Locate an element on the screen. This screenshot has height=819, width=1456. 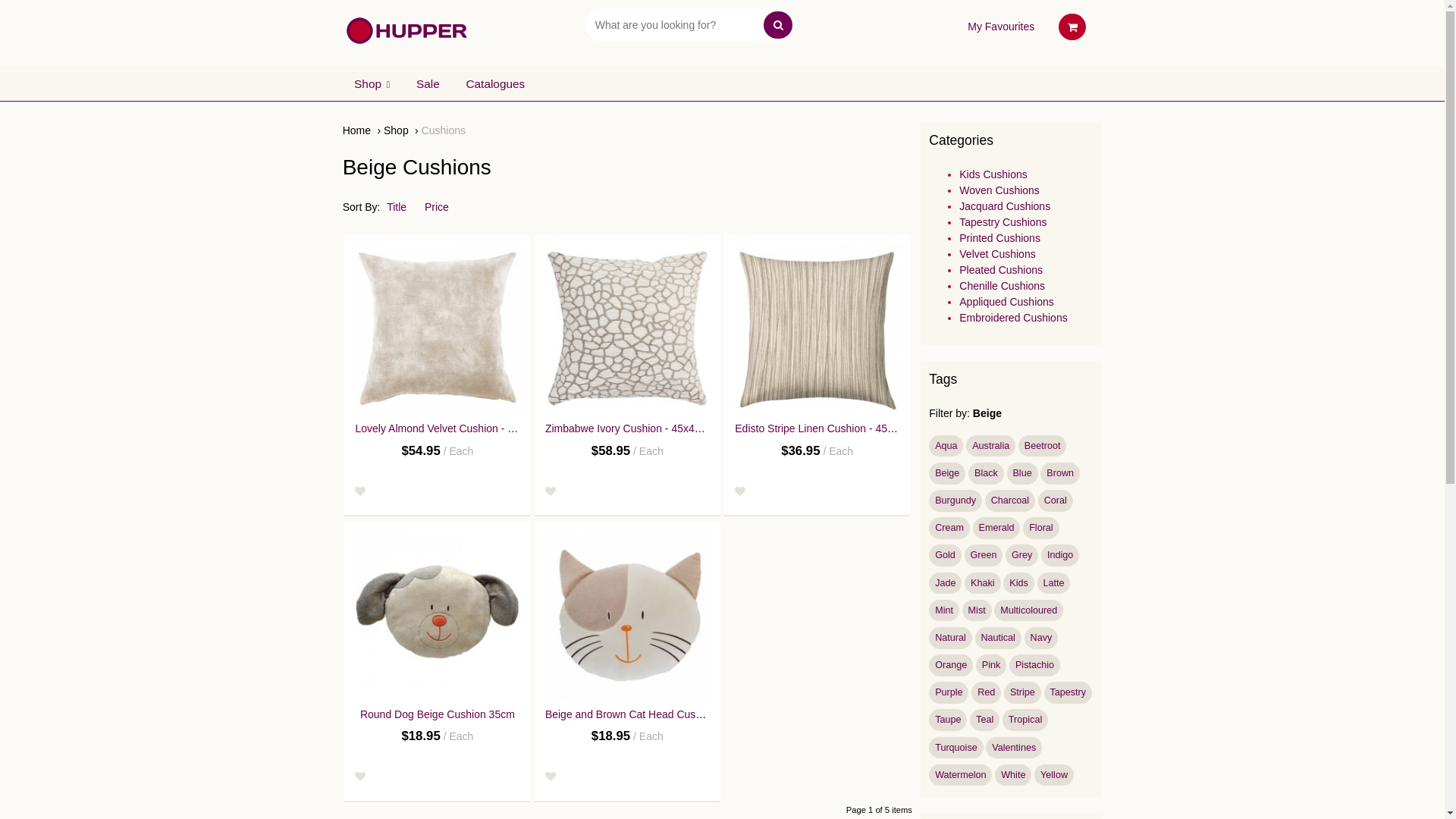
'Khaki' is located at coordinates (982, 582).